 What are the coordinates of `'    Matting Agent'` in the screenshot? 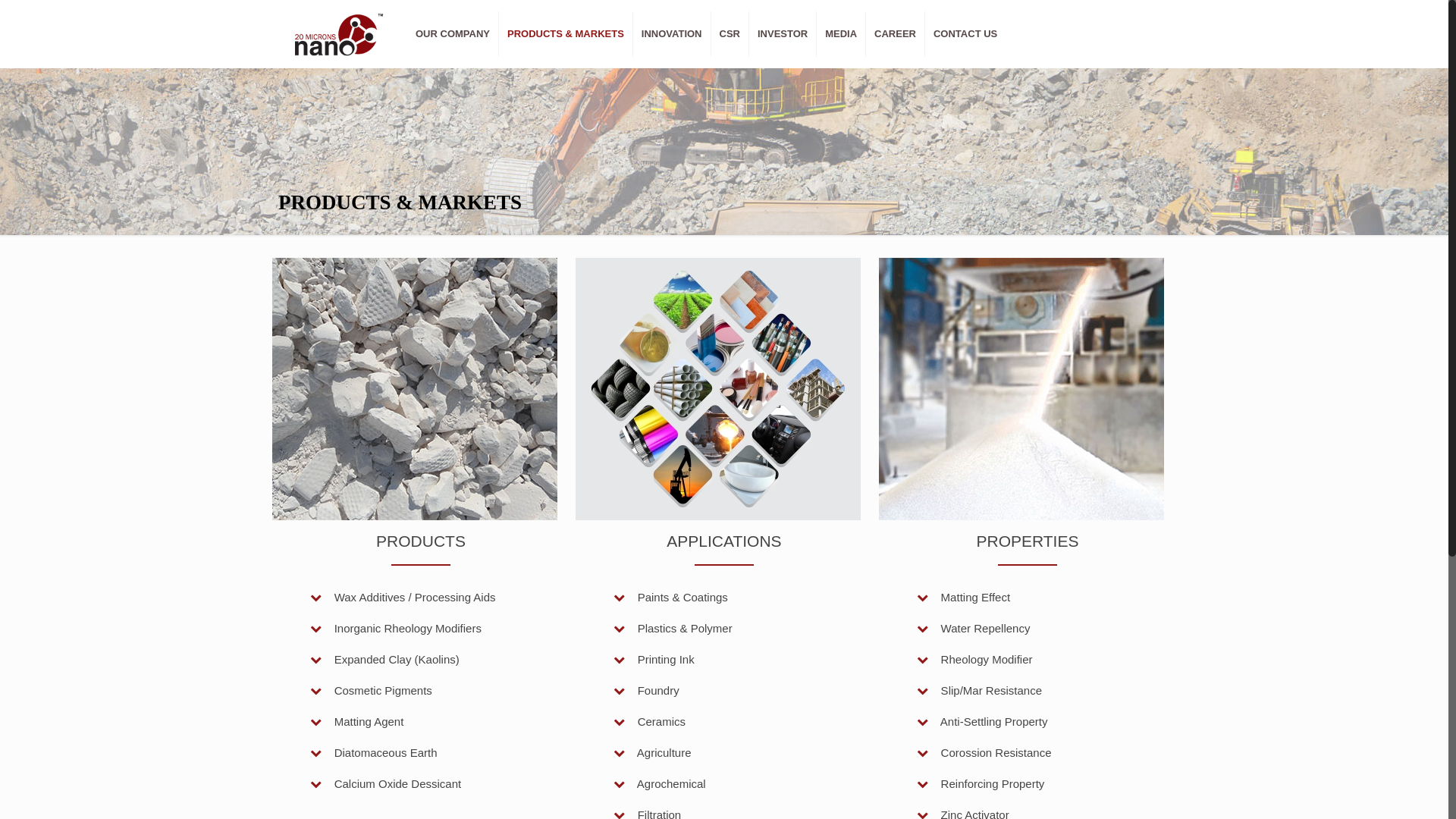 It's located at (309, 720).